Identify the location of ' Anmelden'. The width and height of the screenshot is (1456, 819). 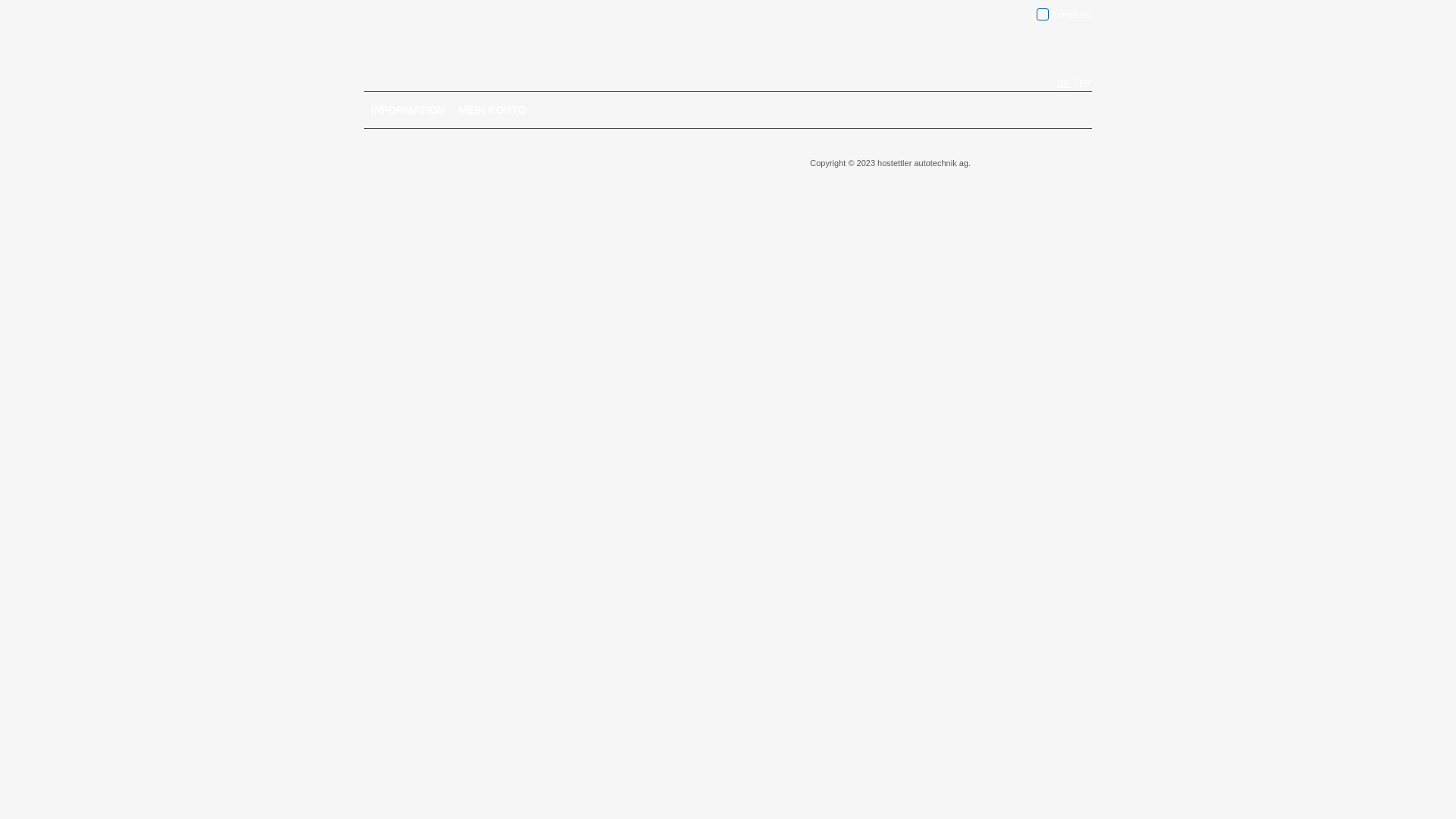
(1036, 14).